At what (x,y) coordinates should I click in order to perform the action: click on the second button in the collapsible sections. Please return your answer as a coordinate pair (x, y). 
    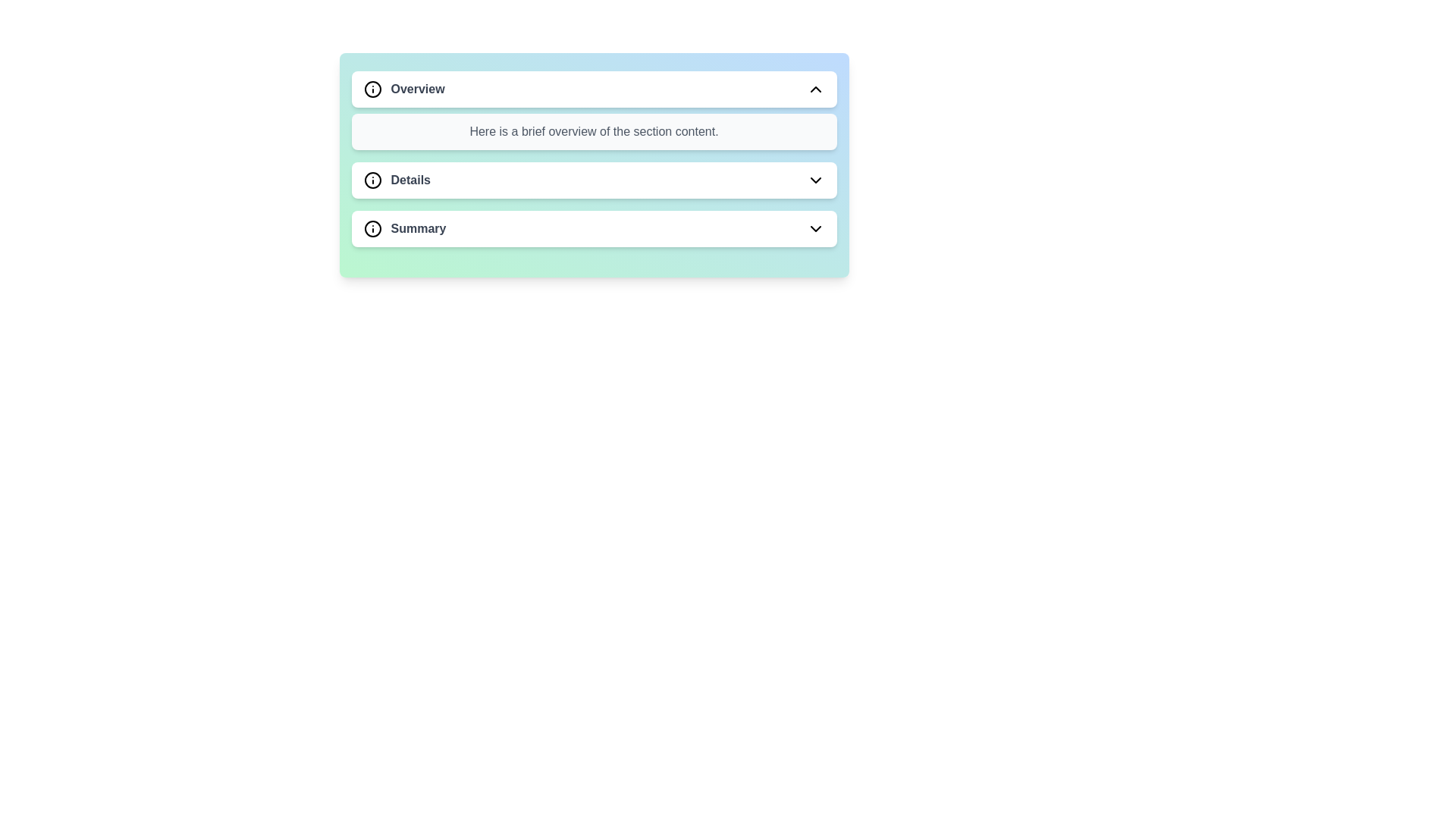
    Looking at the image, I should click on (593, 180).